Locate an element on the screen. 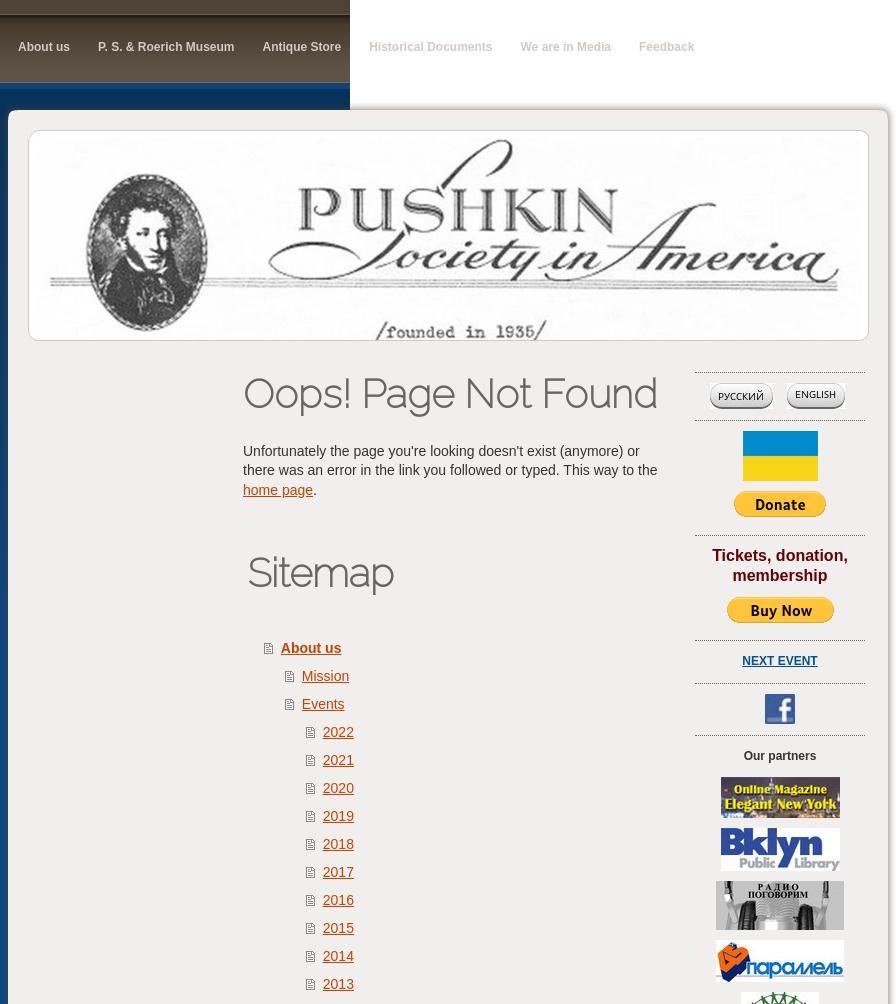  'About us' is located at coordinates (280, 645).